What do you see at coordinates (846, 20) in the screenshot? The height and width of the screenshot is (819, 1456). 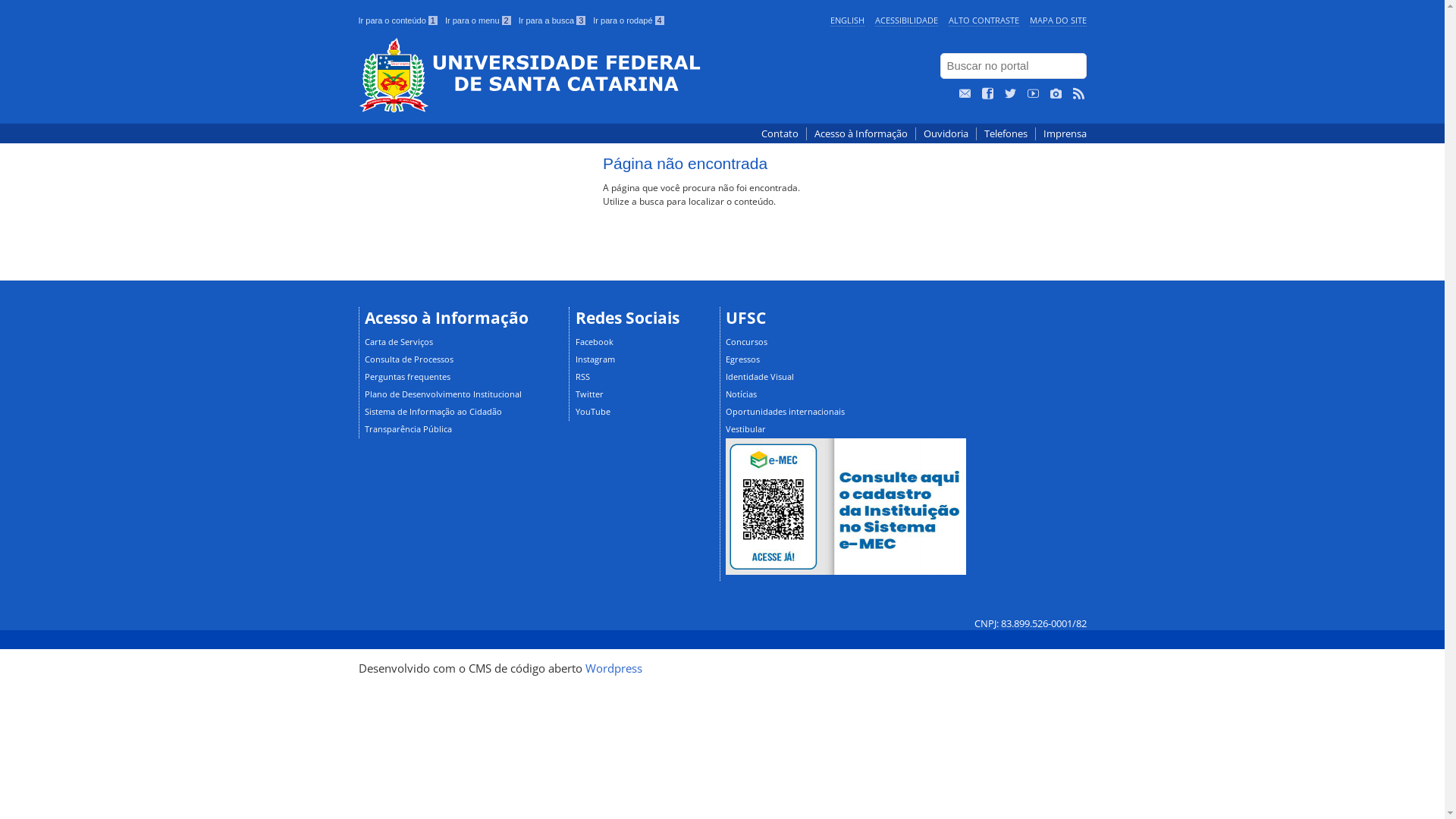 I see `'ENGLISH'` at bounding box center [846, 20].